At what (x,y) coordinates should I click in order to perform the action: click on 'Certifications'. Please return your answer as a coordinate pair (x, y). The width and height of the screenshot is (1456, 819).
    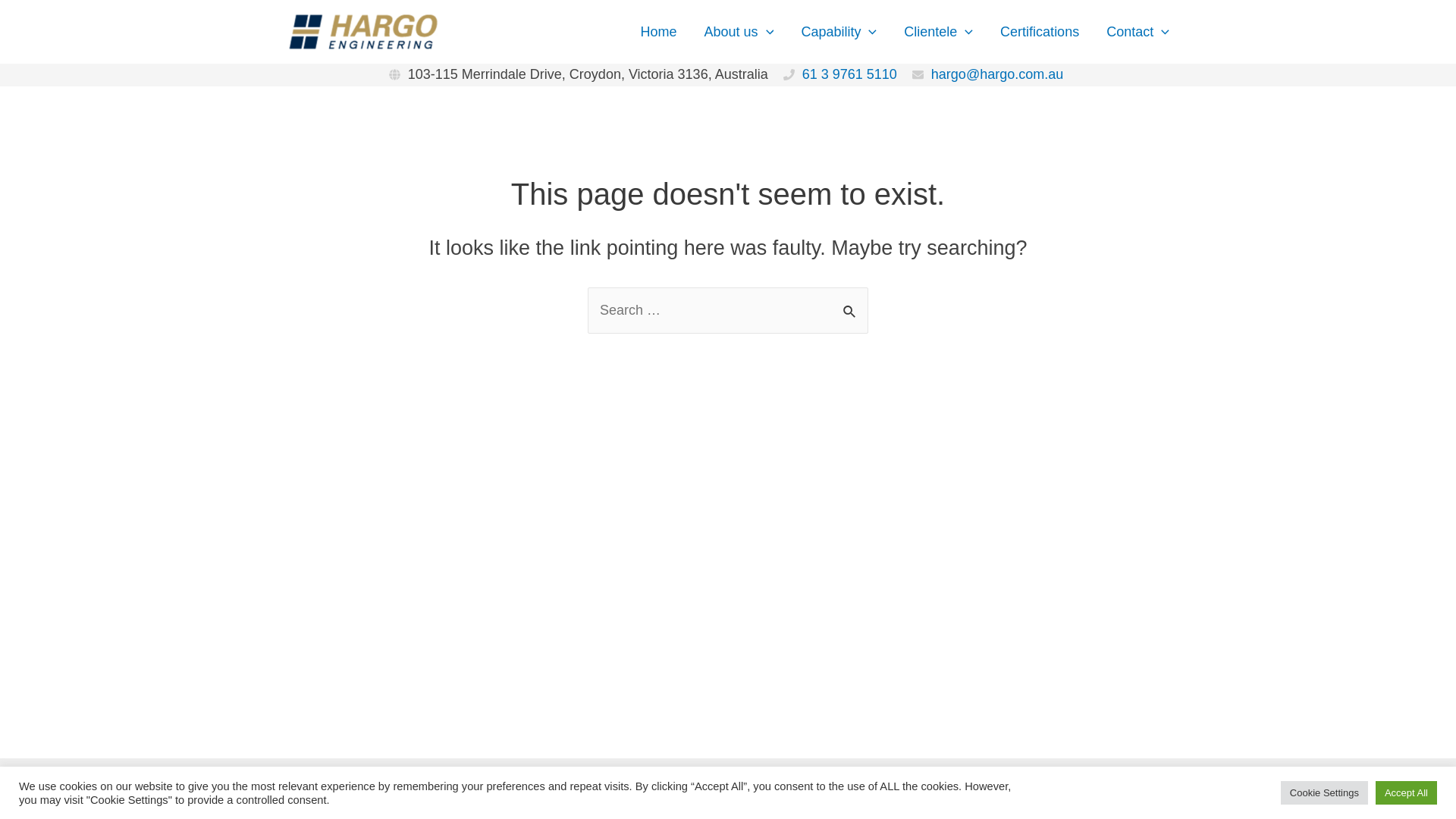
    Looking at the image, I should click on (1039, 31).